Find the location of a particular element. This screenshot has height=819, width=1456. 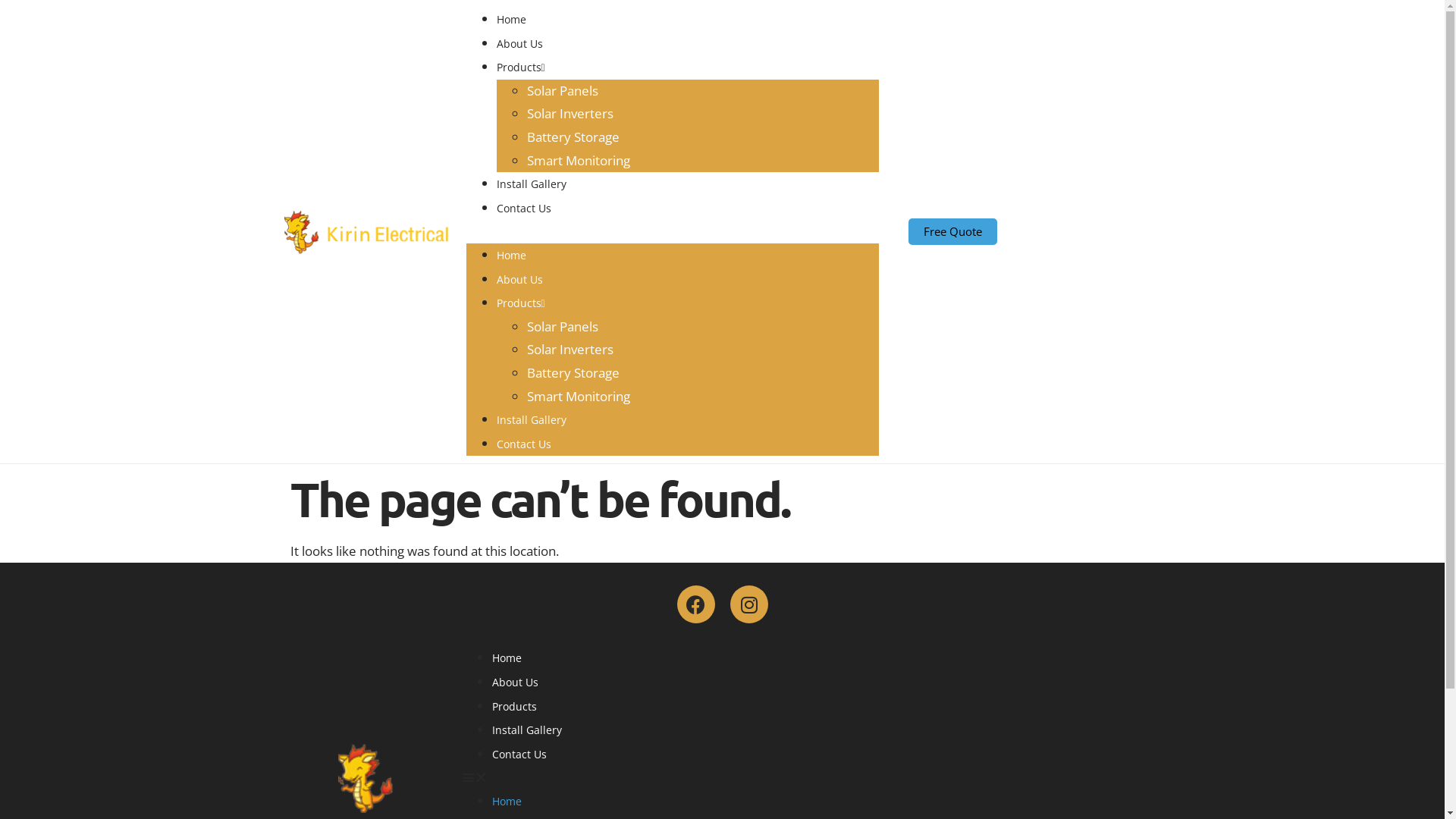

'Install Gallery' is located at coordinates (526, 729).